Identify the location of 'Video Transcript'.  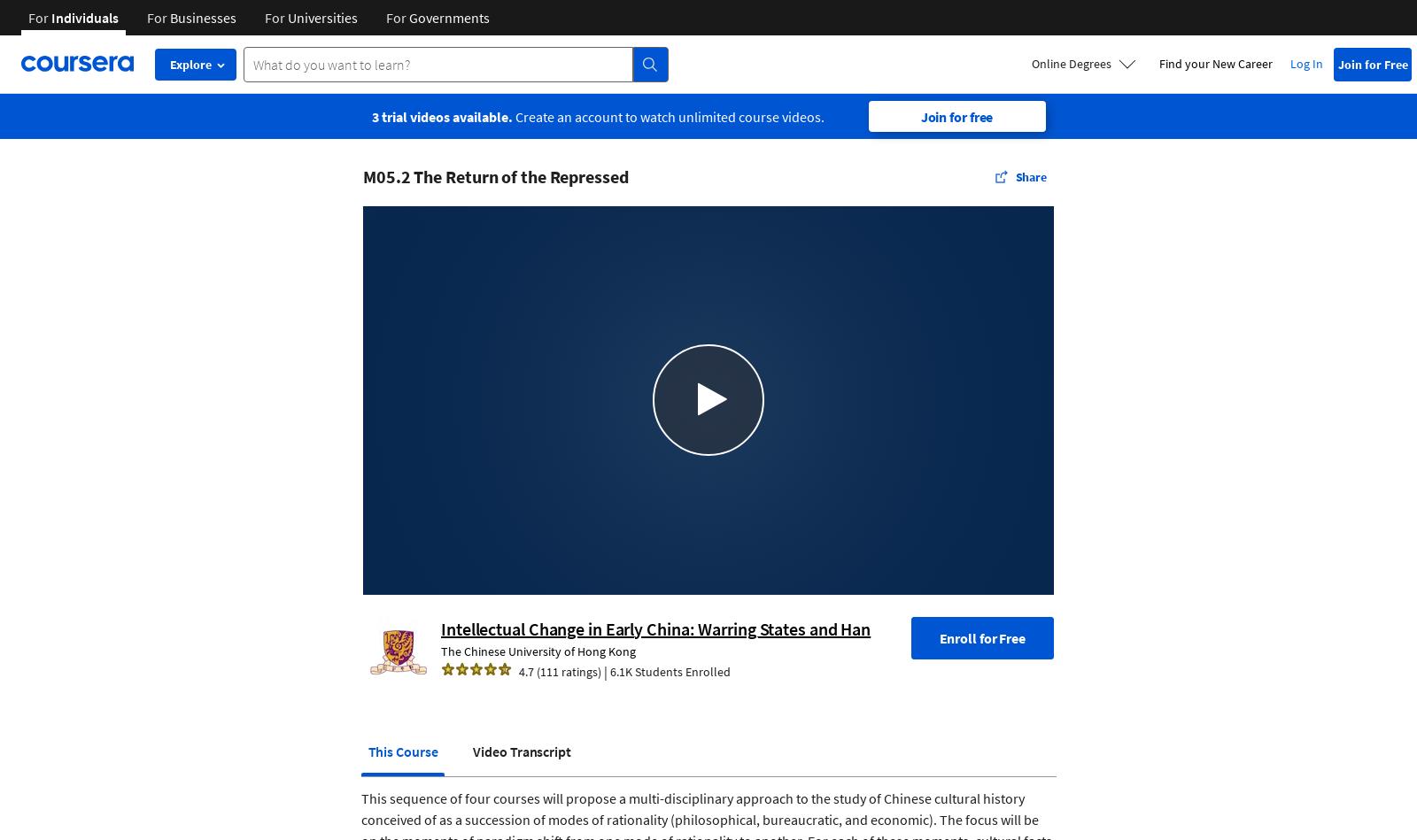
(520, 750).